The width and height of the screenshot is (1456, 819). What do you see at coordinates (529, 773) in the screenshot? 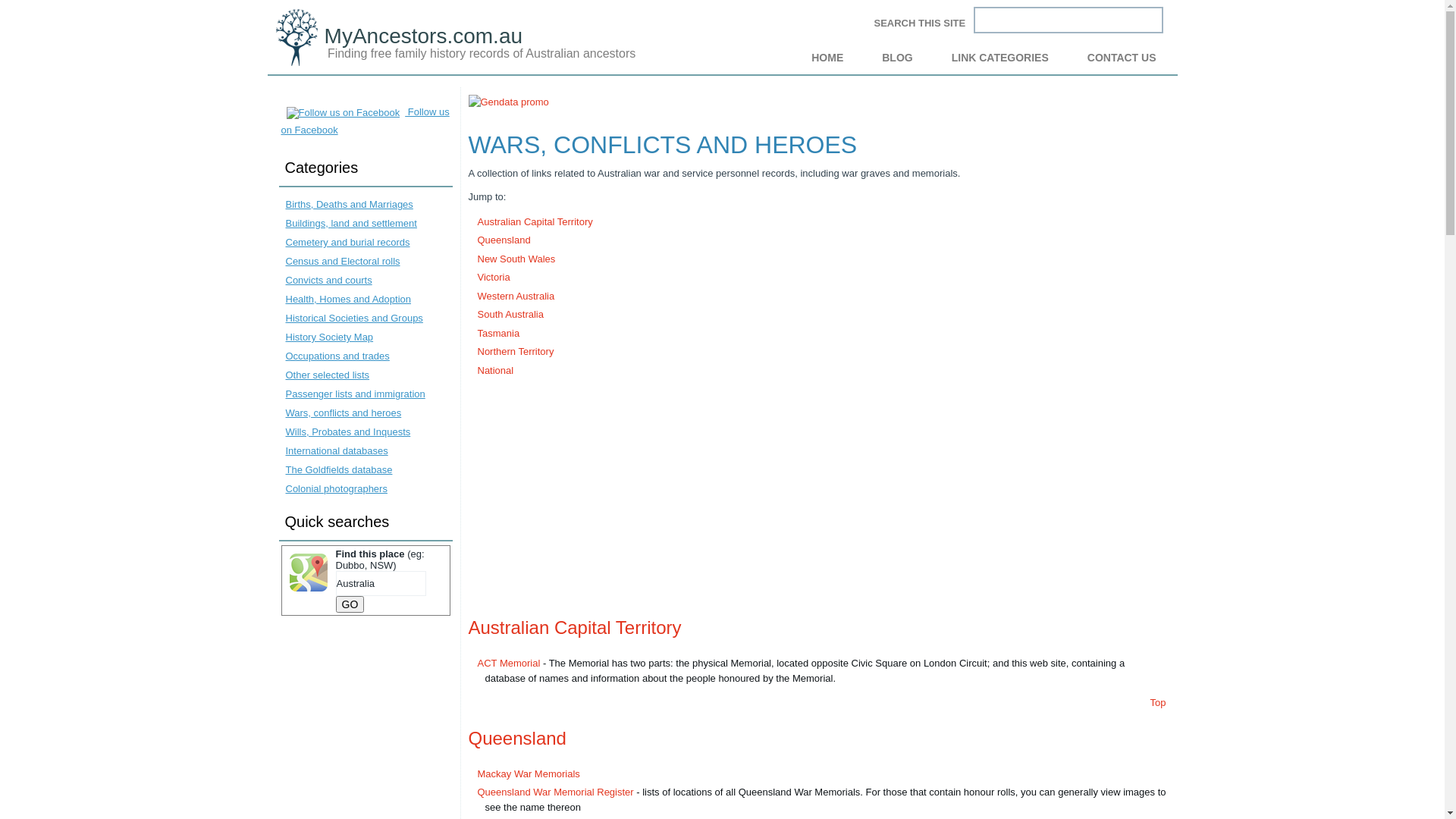
I see `'Mackay War Memorials'` at bounding box center [529, 773].